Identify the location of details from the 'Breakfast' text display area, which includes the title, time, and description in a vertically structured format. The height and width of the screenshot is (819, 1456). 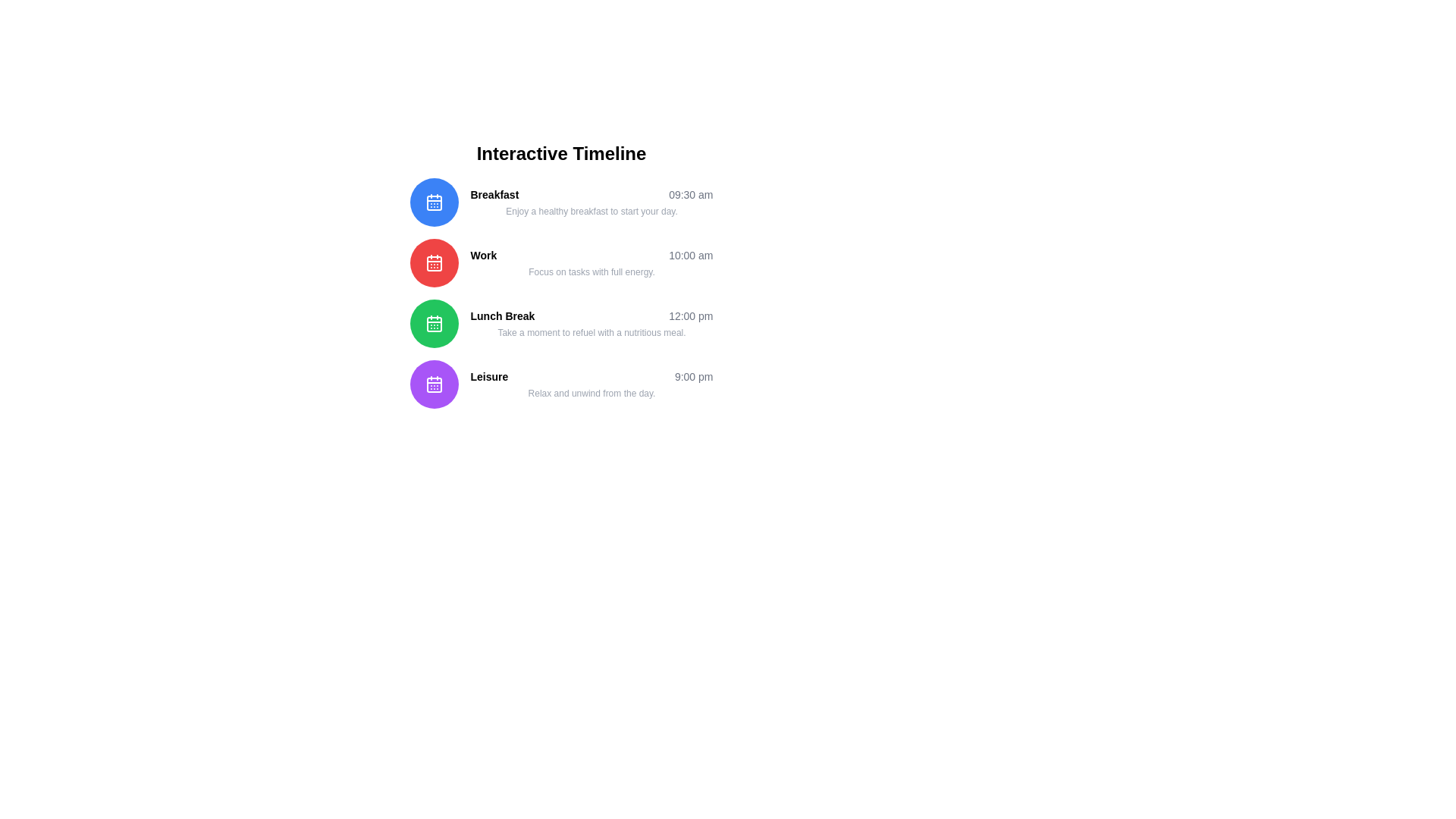
(591, 201).